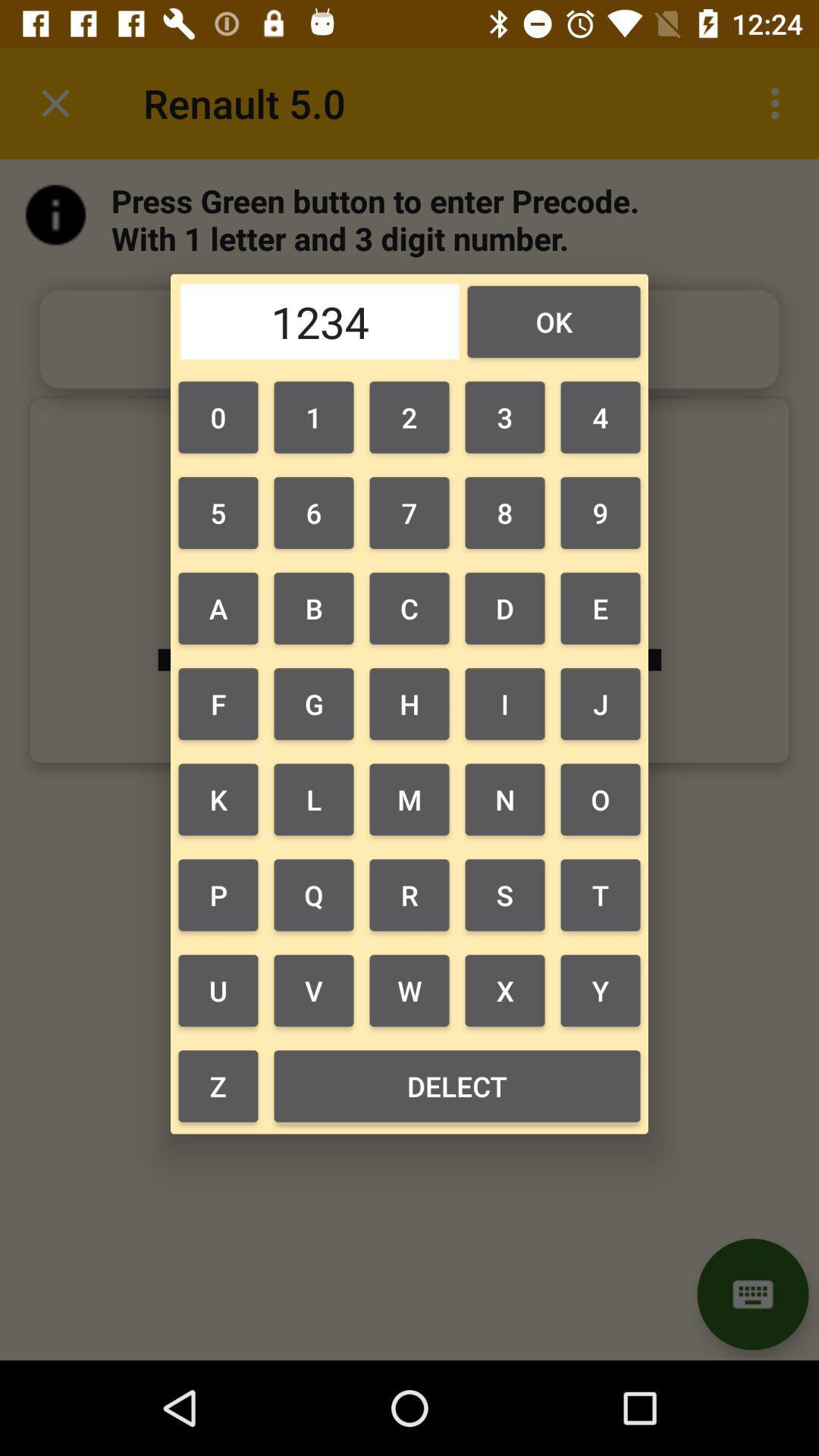  I want to click on icon next to the g icon, so click(218, 799).